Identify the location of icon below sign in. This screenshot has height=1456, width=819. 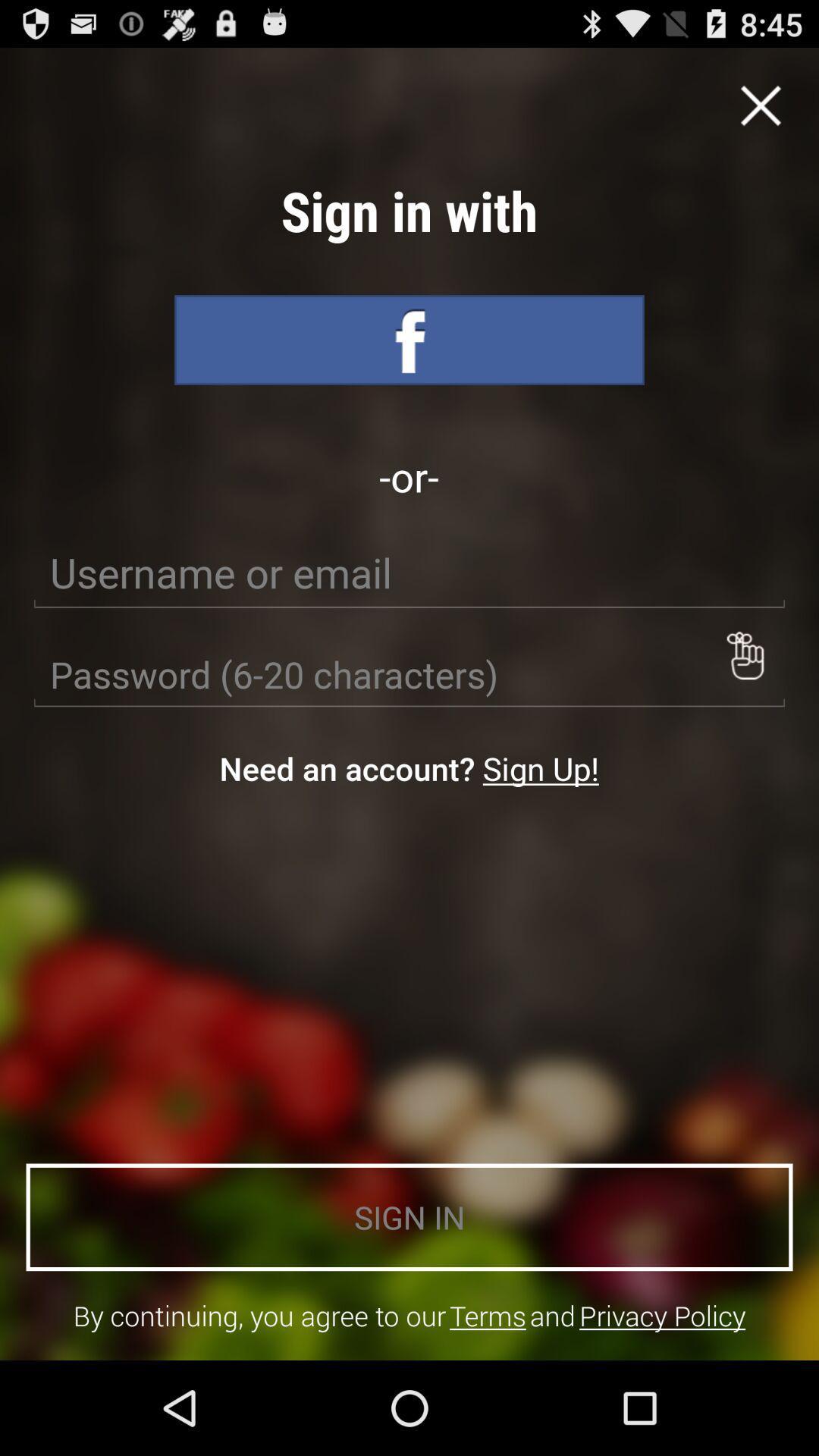
(488, 1315).